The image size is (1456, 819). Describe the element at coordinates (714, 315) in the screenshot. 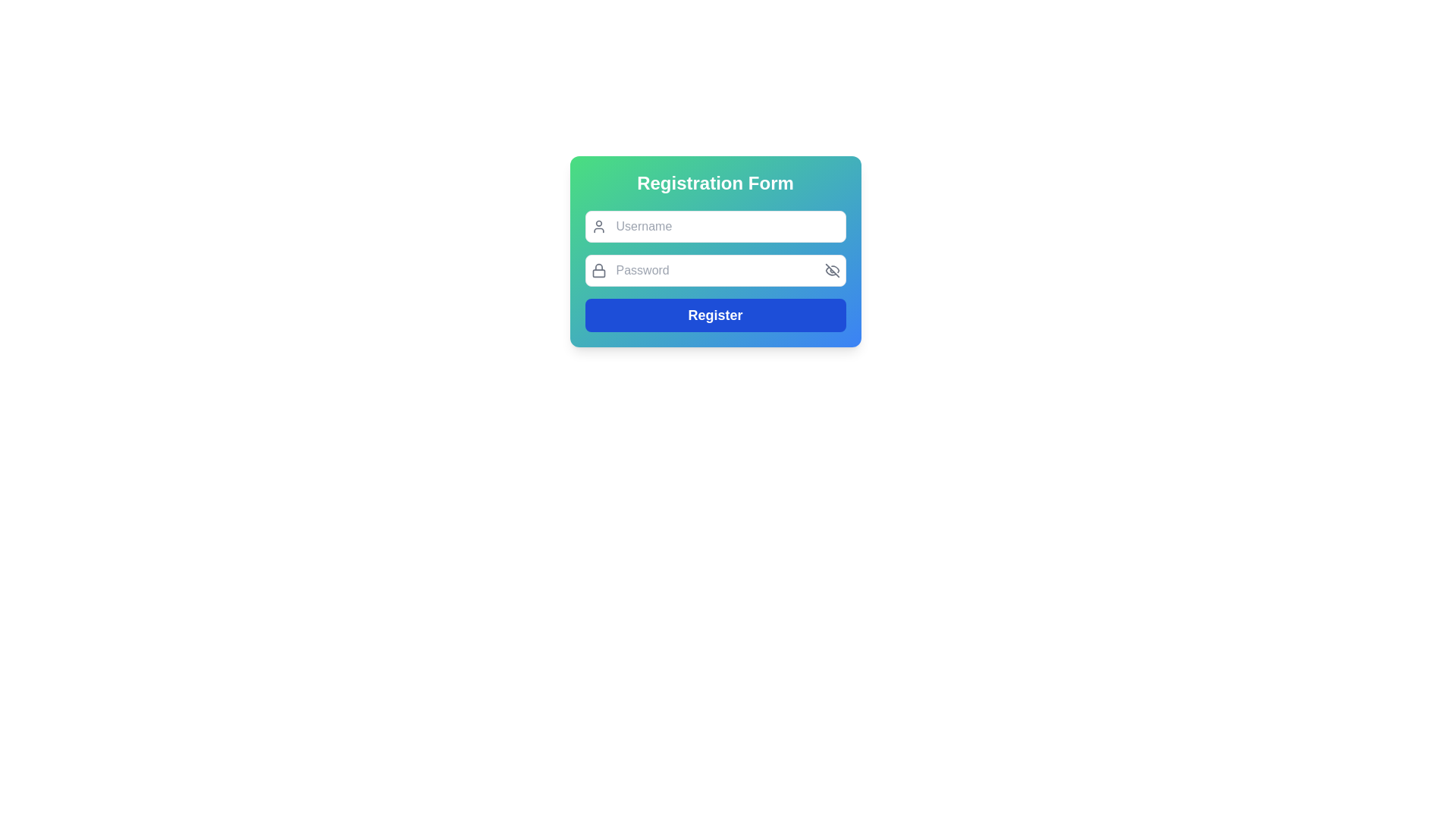

I see `the submission button located at the lower part of the registration form` at that location.